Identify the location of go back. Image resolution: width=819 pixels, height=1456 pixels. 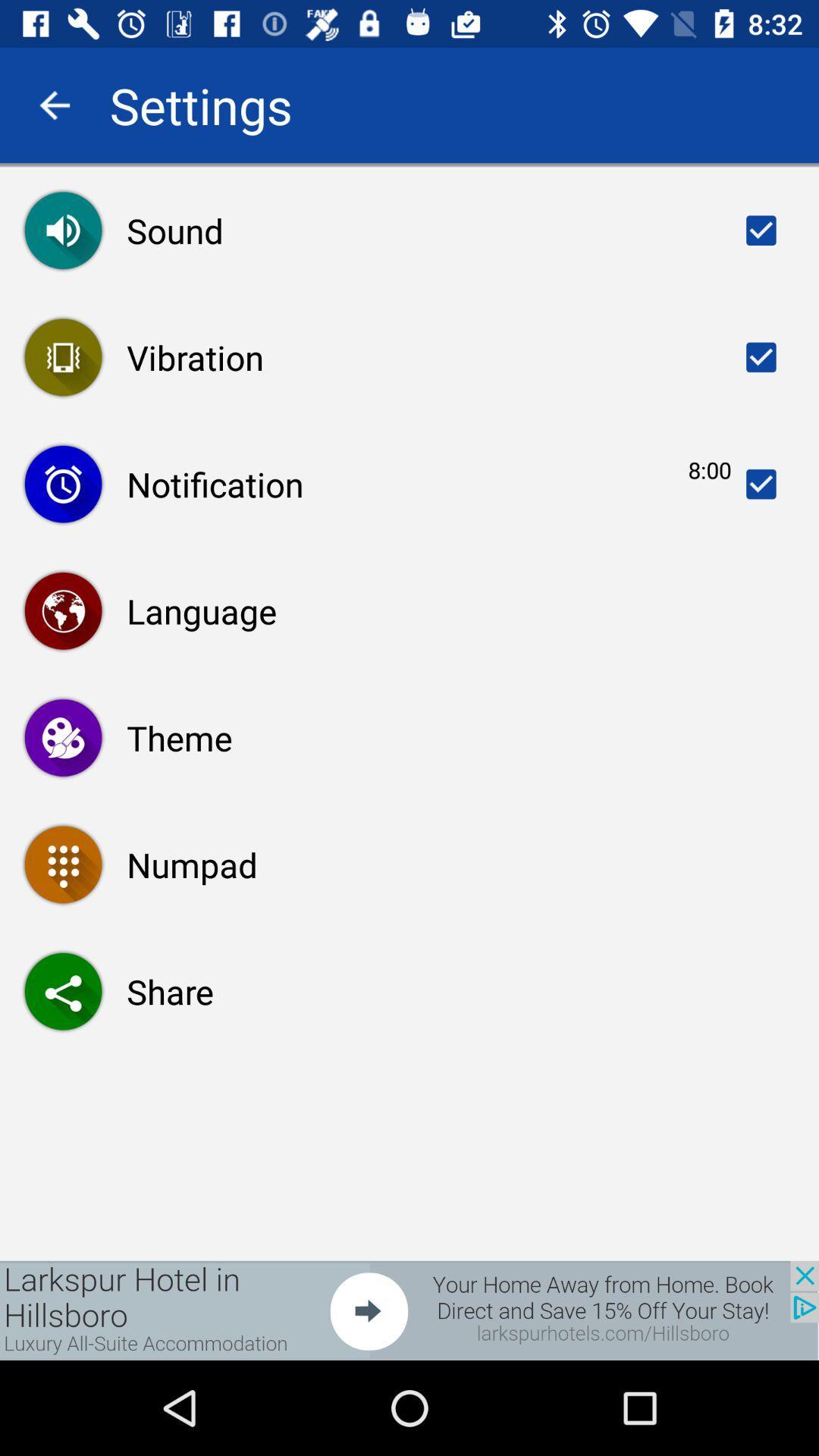
(54, 105).